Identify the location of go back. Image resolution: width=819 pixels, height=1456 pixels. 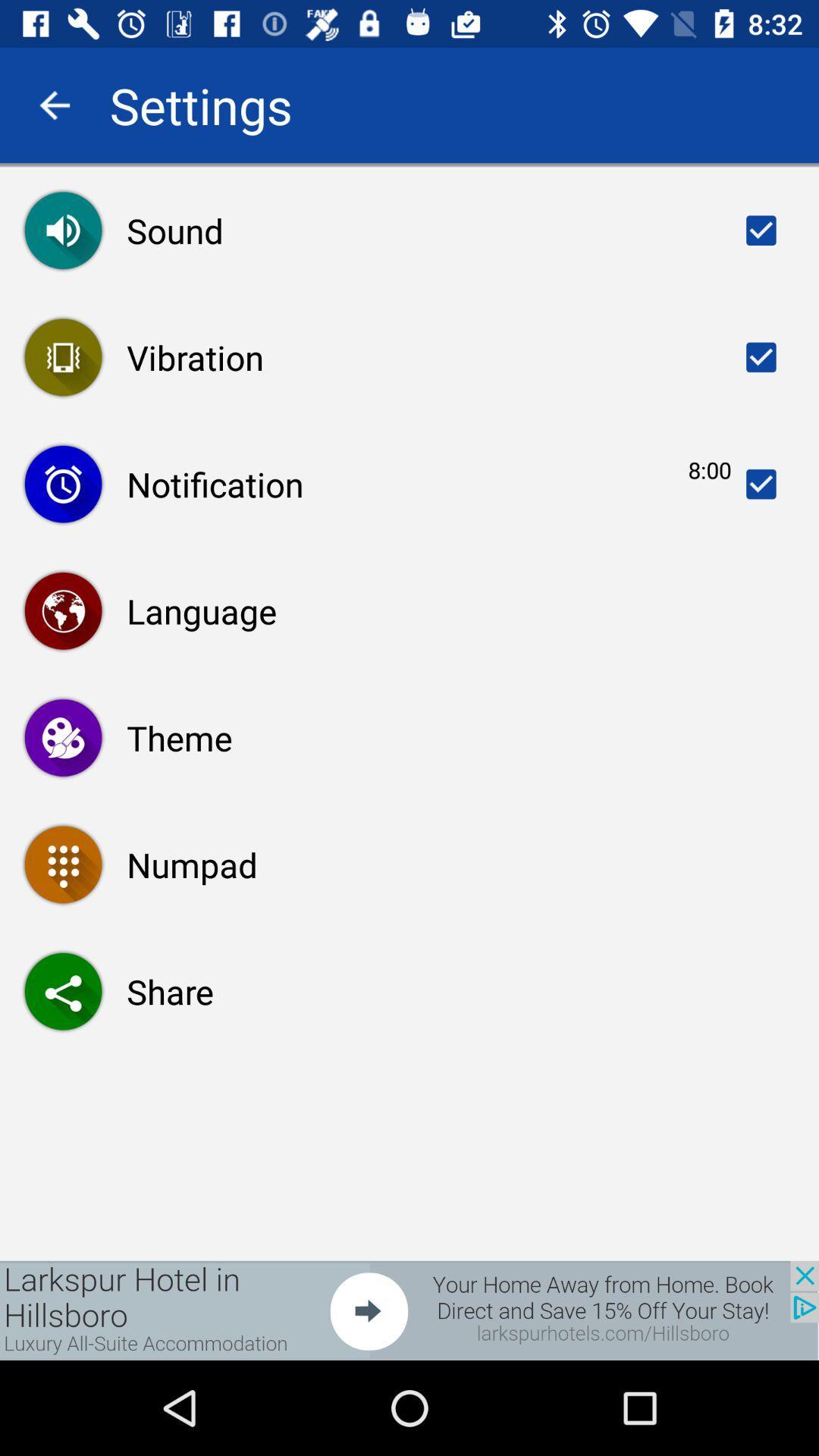
(54, 105).